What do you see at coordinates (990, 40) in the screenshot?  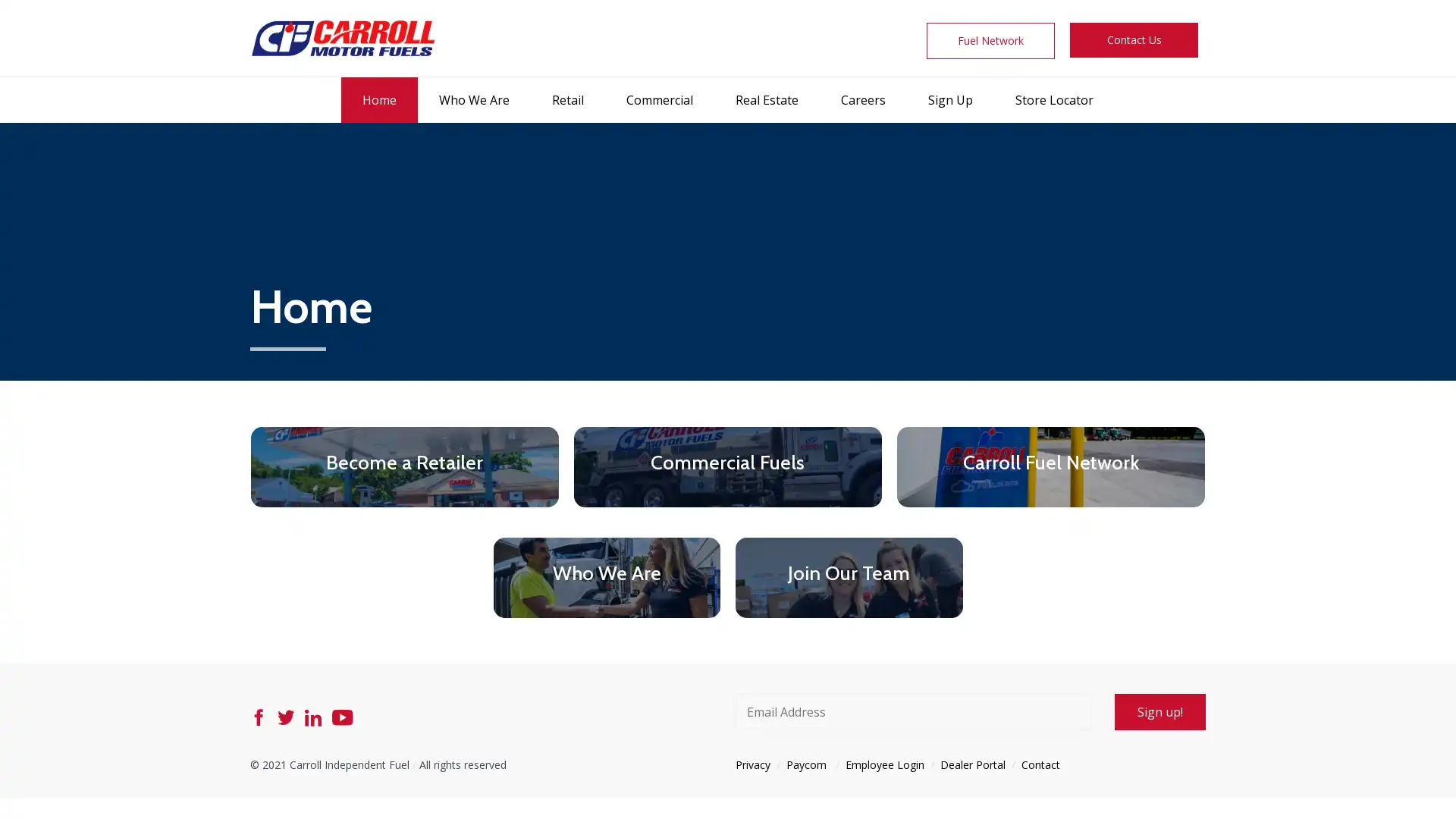 I see `Fuel Network` at bounding box center [990, 40].